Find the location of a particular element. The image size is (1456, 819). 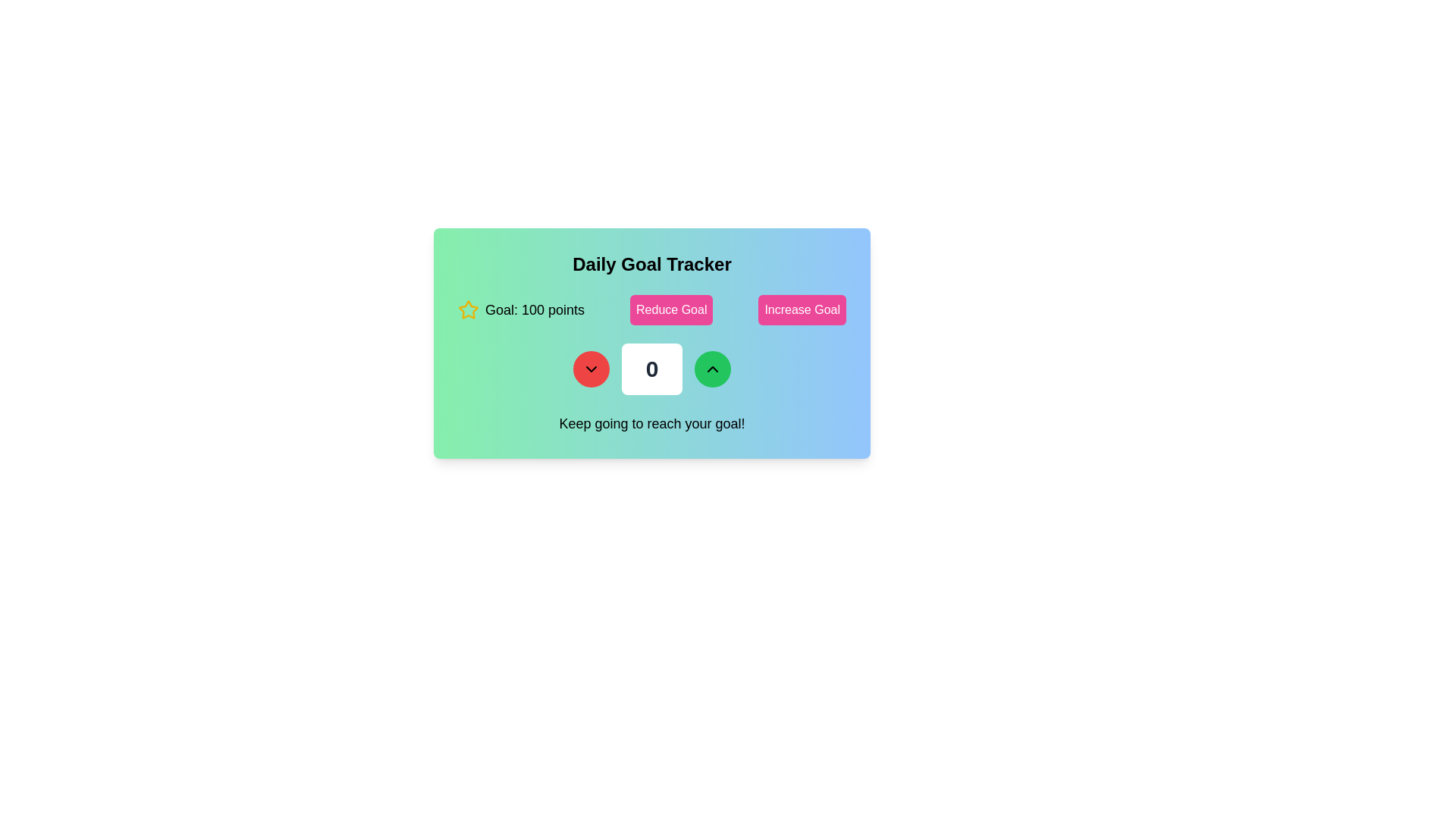

the rounded red A button with a downward-pointing arrow icon in the numeric adjustment interface of the Daily Goal Tracker card to trigger hover effects is located at coordinates (590, 369).